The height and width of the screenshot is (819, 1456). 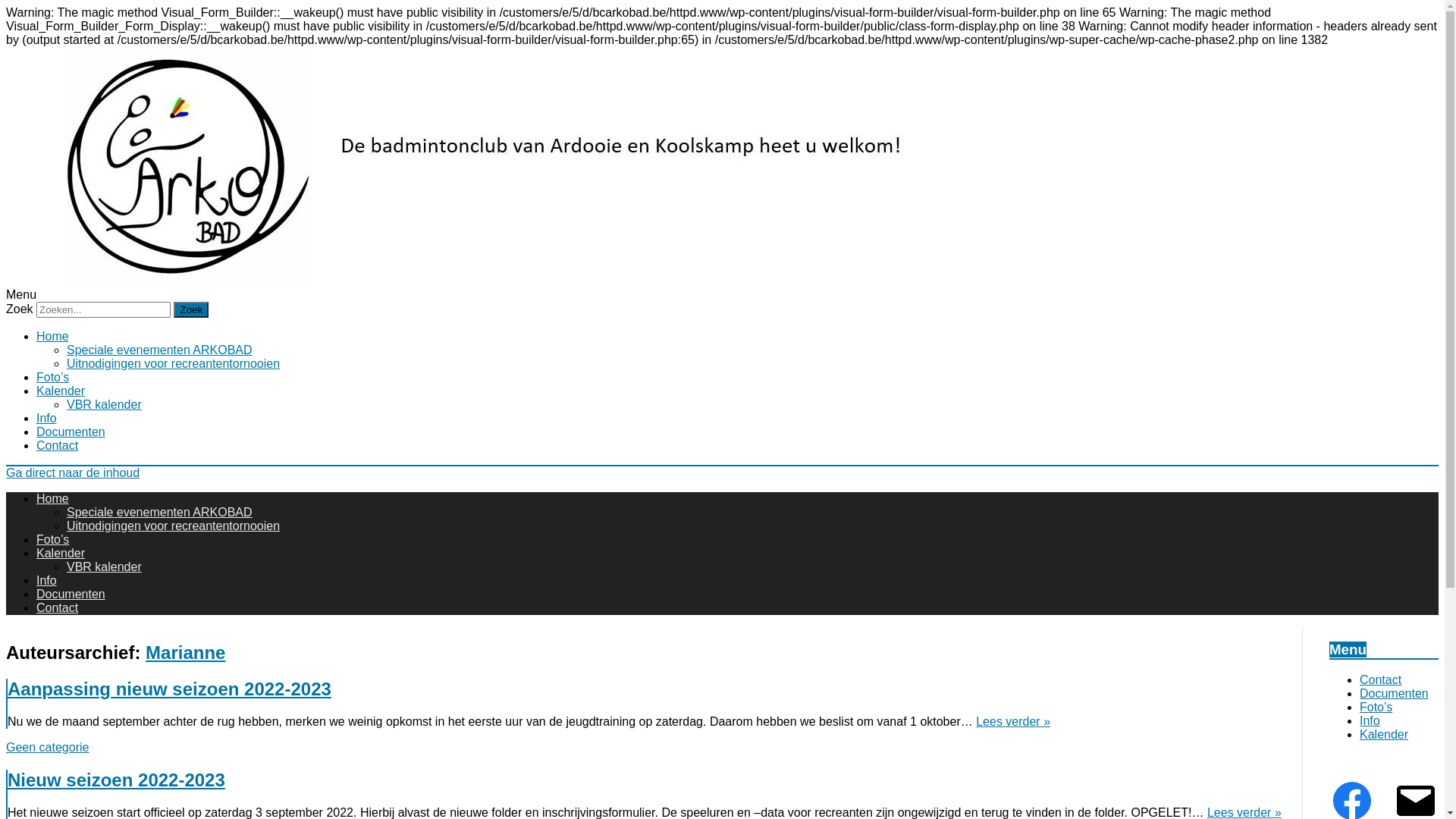 I want to click on 'Marianne', so click(x=184, y=651).